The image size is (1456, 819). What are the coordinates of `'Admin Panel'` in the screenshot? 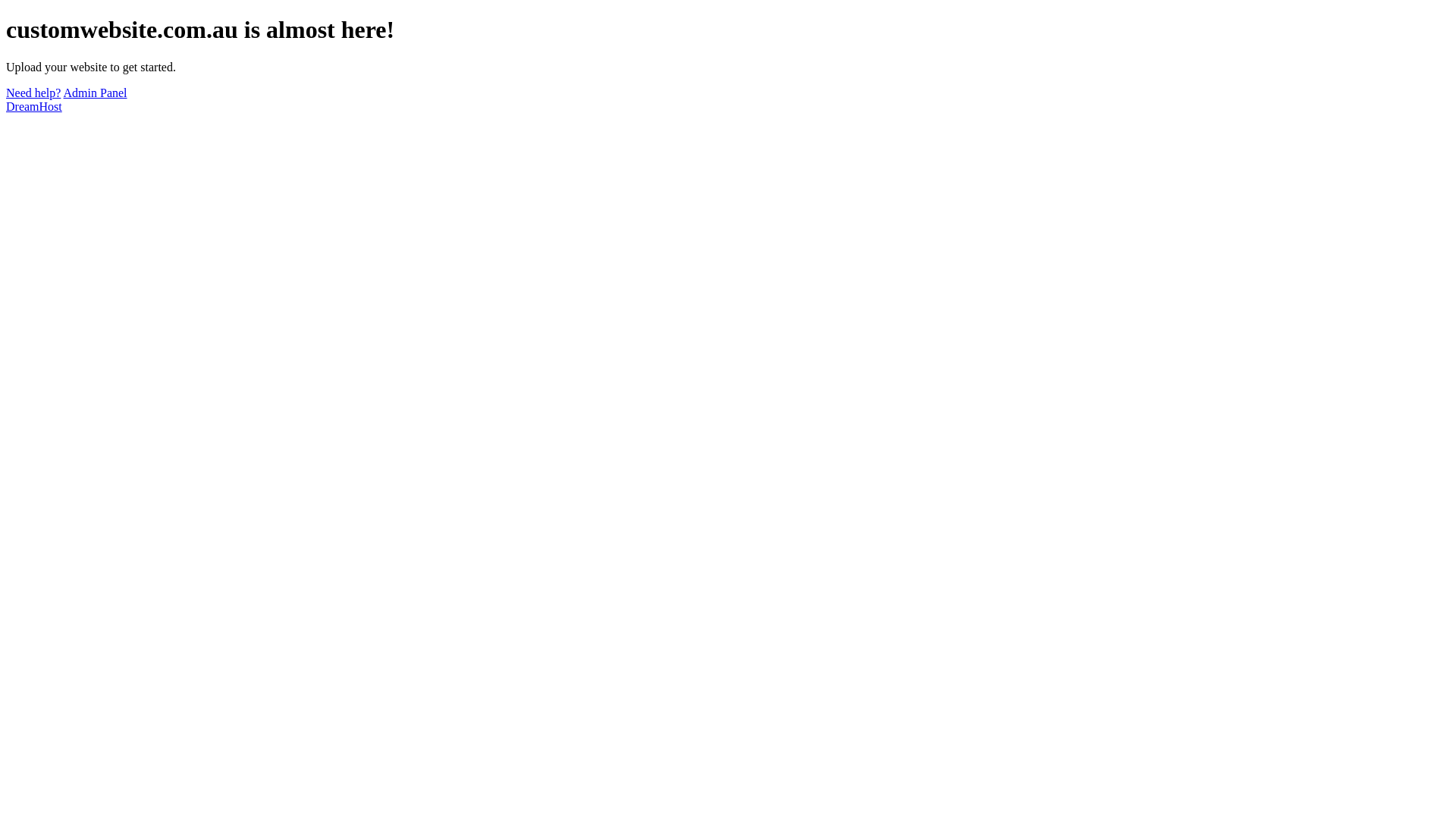 It's located at (94, 93).